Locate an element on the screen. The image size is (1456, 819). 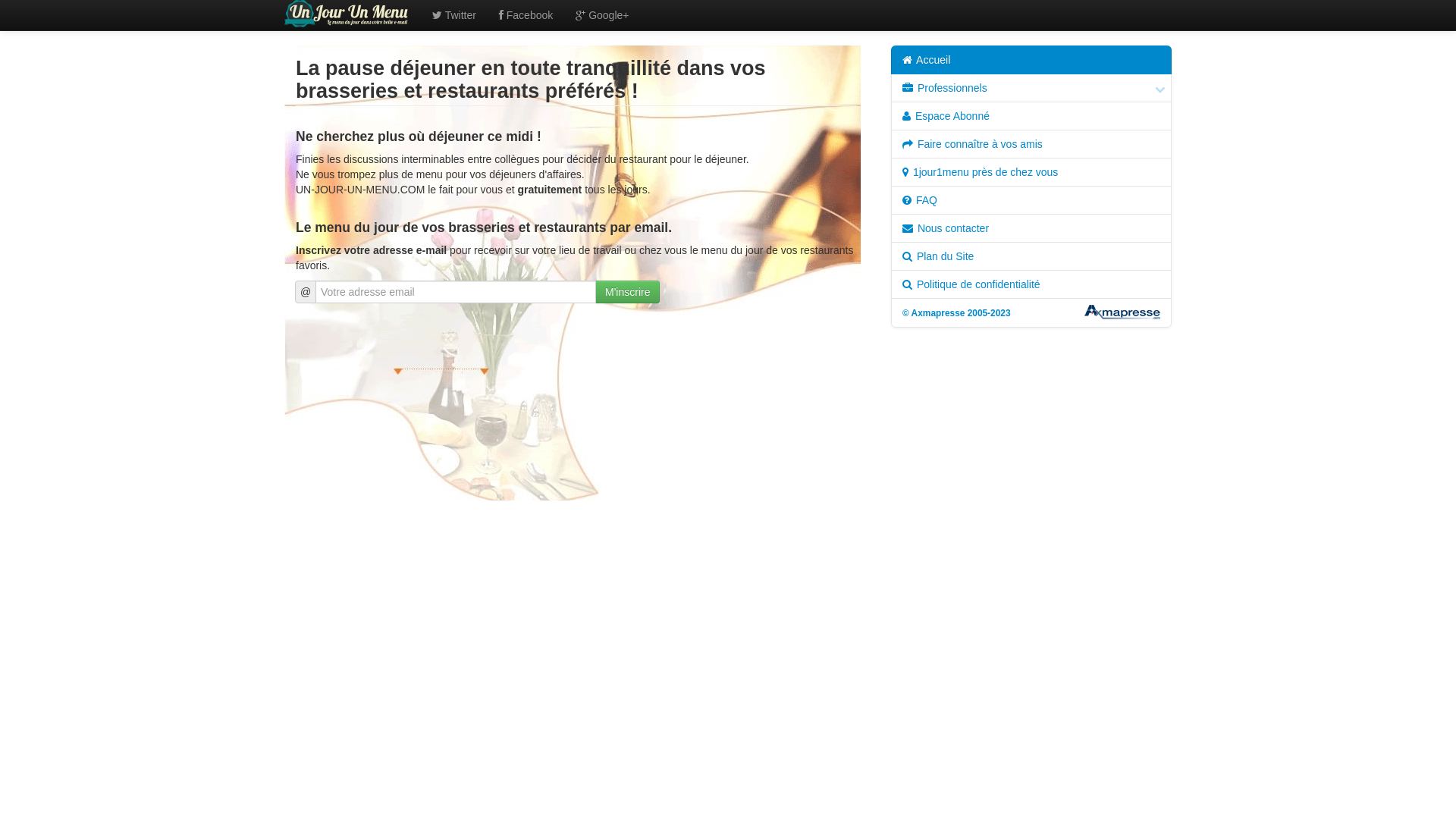
'Facebook' is located at coordinates (526, 14).